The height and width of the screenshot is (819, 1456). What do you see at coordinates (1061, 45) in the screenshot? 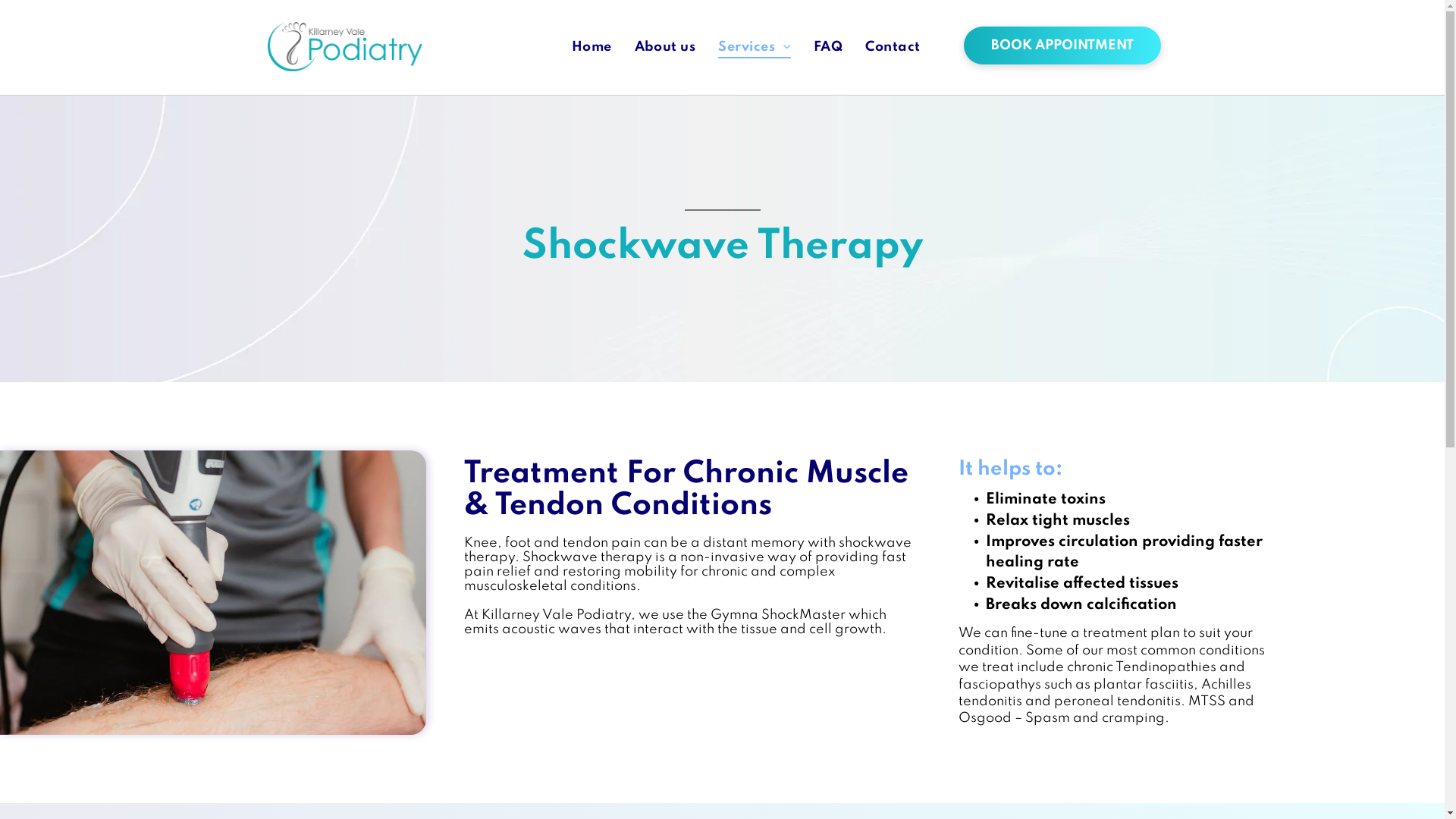
I see `'BOOK APPOINTMENT'` at bounding box center [1061, 45].